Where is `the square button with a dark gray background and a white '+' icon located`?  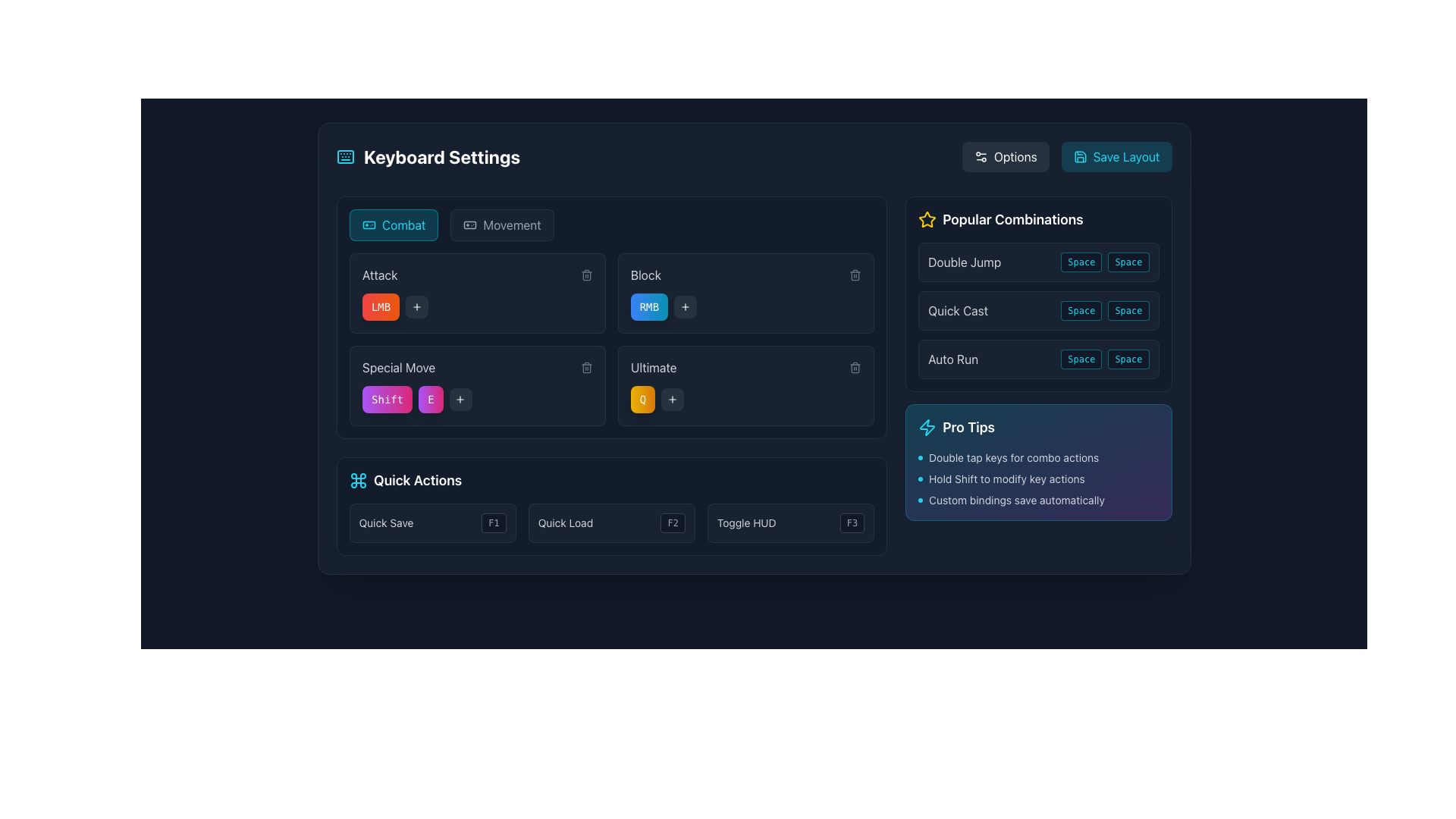
the square button with a dark gray background and a white '+' icon located is located at coordinates (460, 399).